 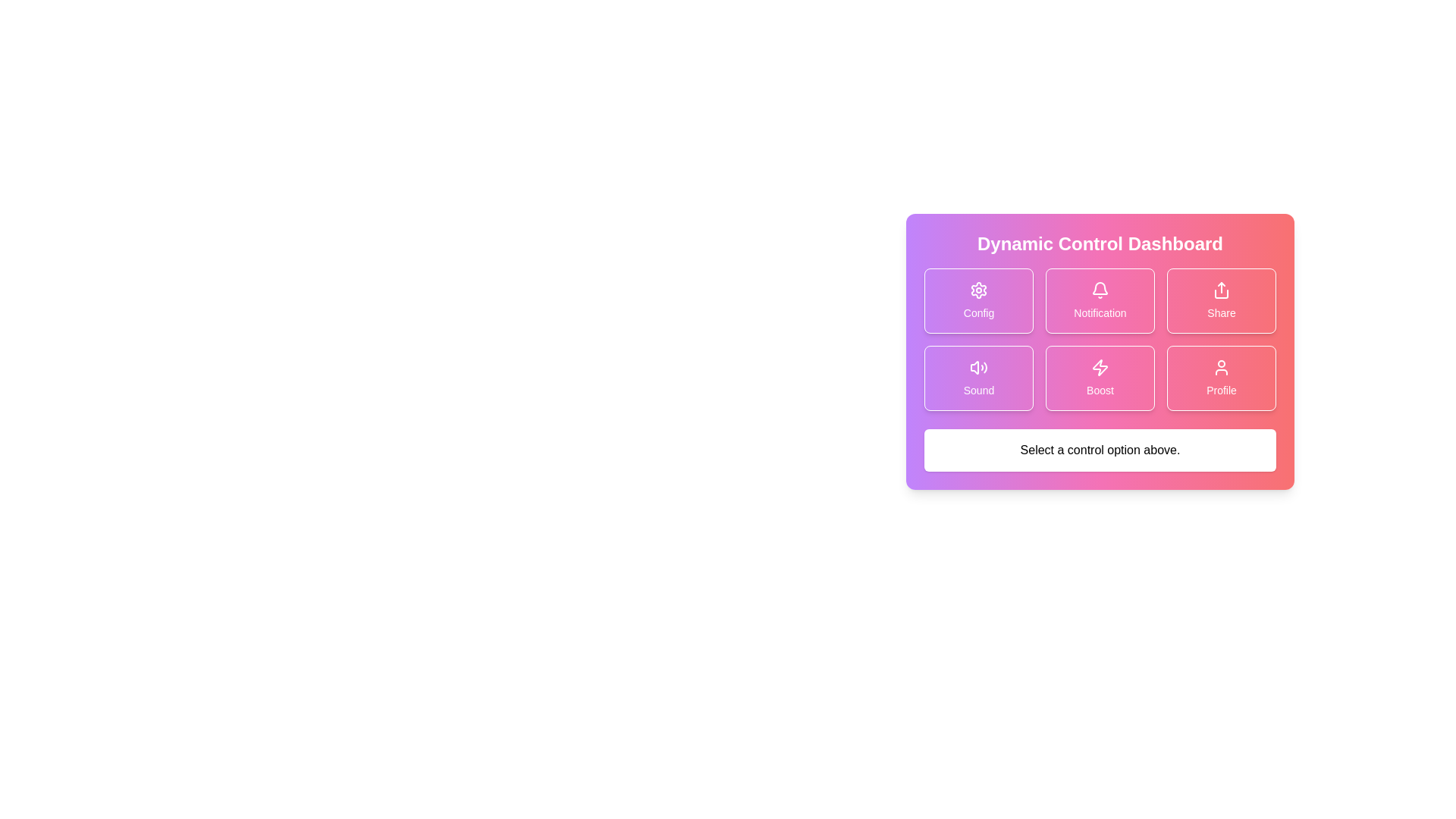 What do you see at coordinates (1100, 288) in the screenshot?
I see `the top portion of the bell icon representing the 'Notification' button located in the middle of the top row within the 2x3 grid layout` at bounding box center [1100, 288].